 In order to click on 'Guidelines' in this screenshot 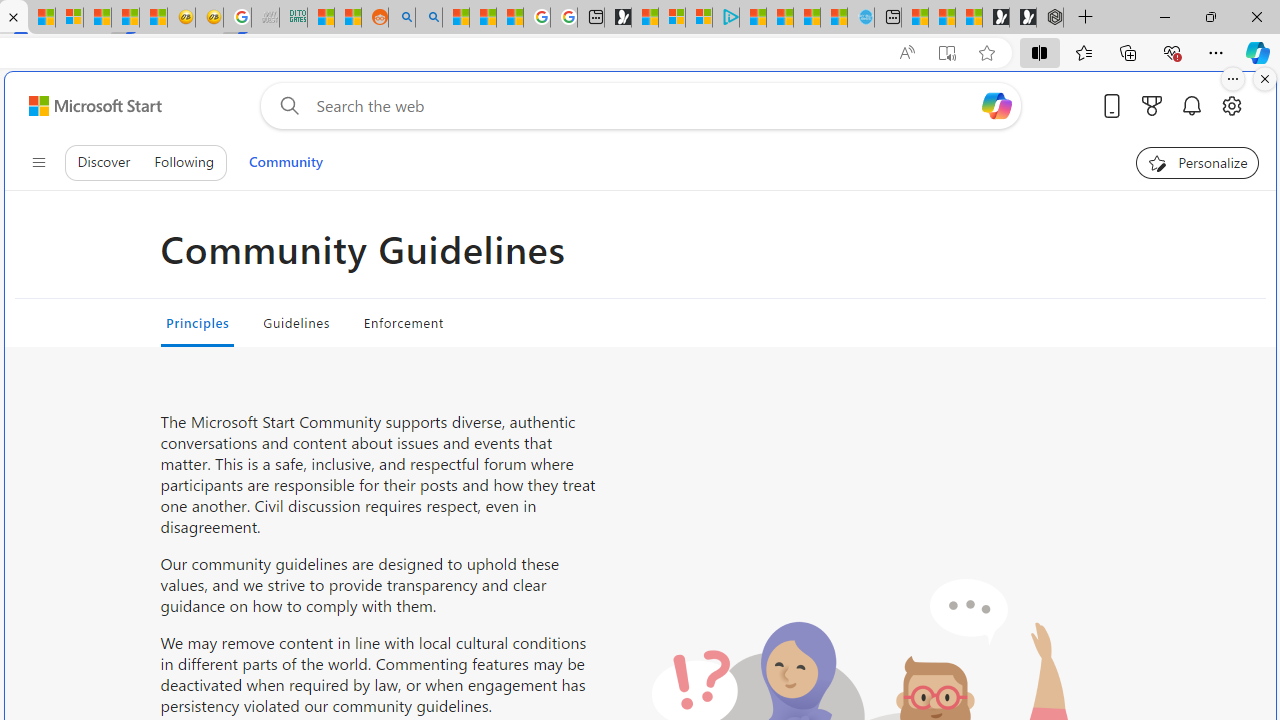, I will do `click(295, 321)`.